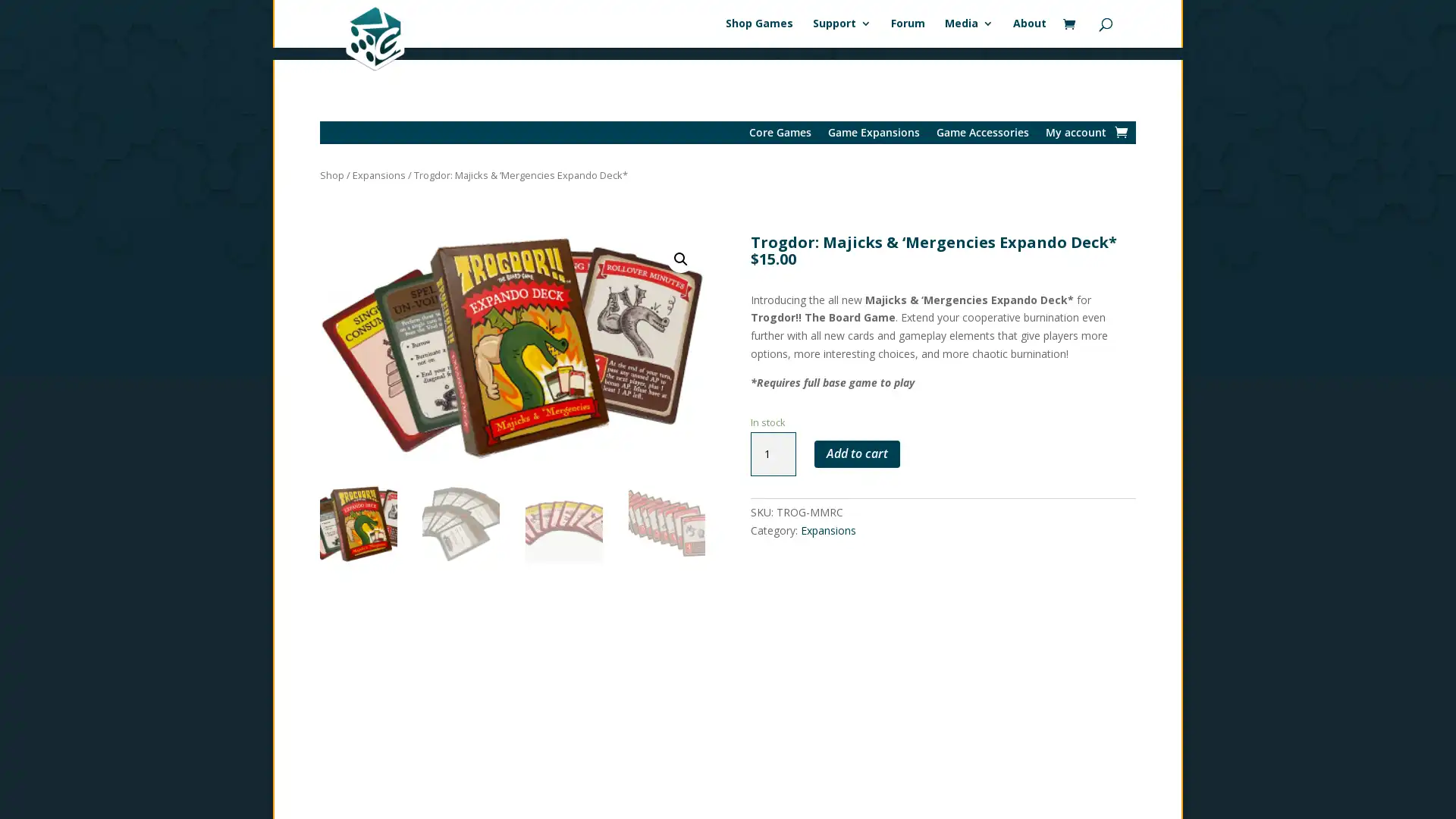 Image resolution: width=1456 pixels, height=819 pixels. I want to click on Add to cart, so click(856, 441).